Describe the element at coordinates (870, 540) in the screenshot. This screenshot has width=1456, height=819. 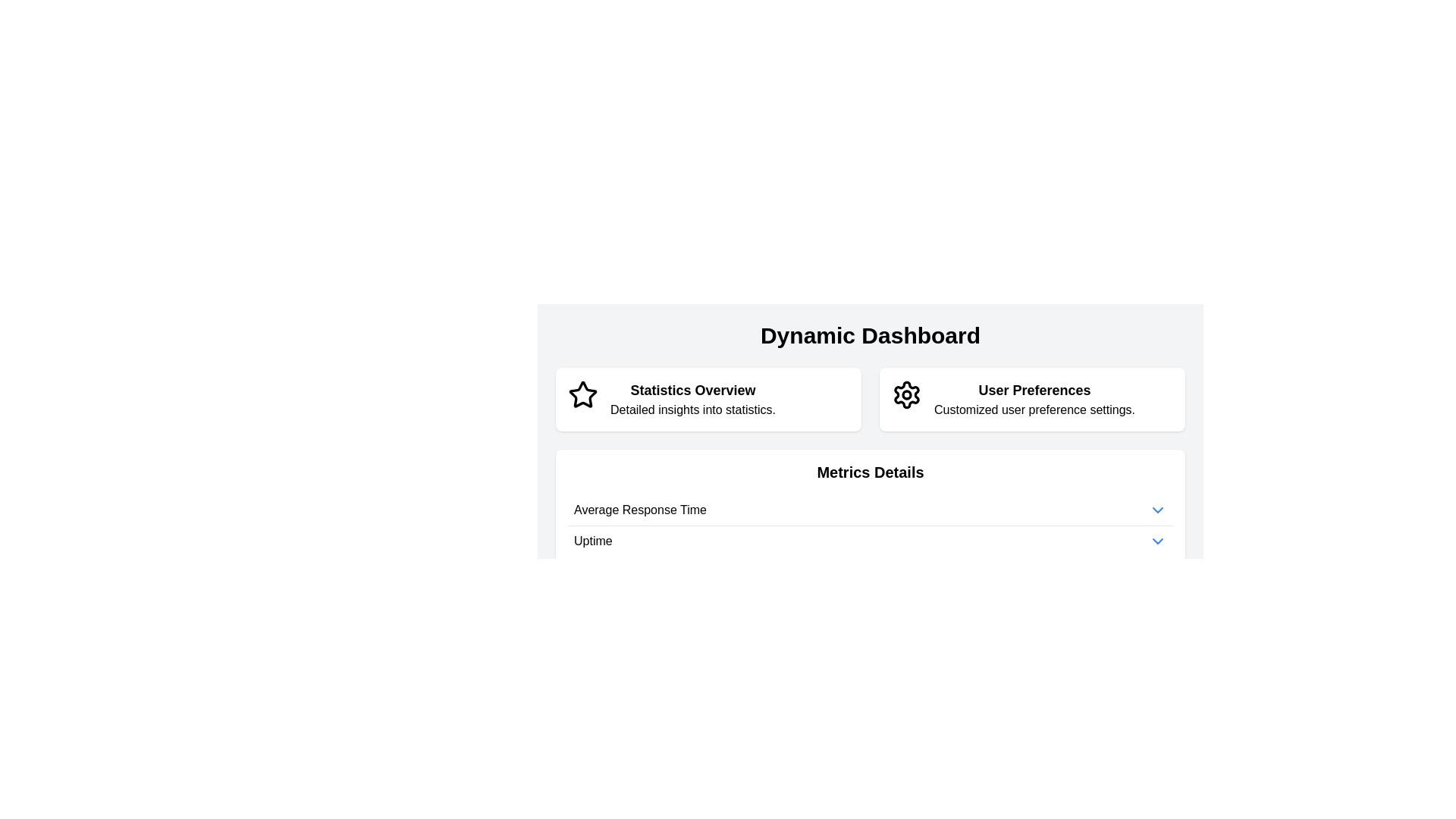
I see `the 'Uptime' dropdown row located in the 'Metrics Details' section` at that location.